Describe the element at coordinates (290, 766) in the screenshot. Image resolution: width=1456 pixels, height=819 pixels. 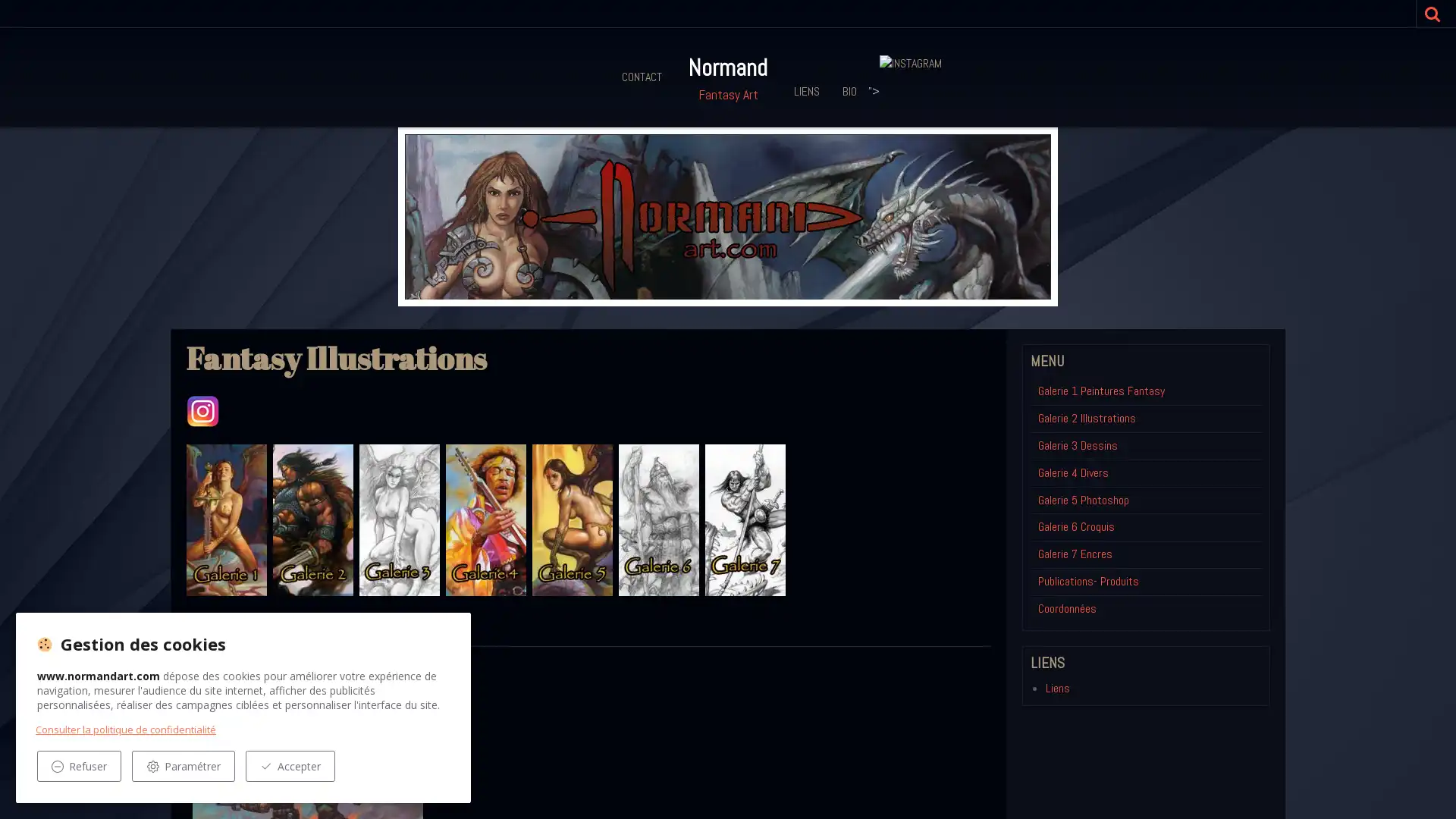
I see `Accepter` at that location.